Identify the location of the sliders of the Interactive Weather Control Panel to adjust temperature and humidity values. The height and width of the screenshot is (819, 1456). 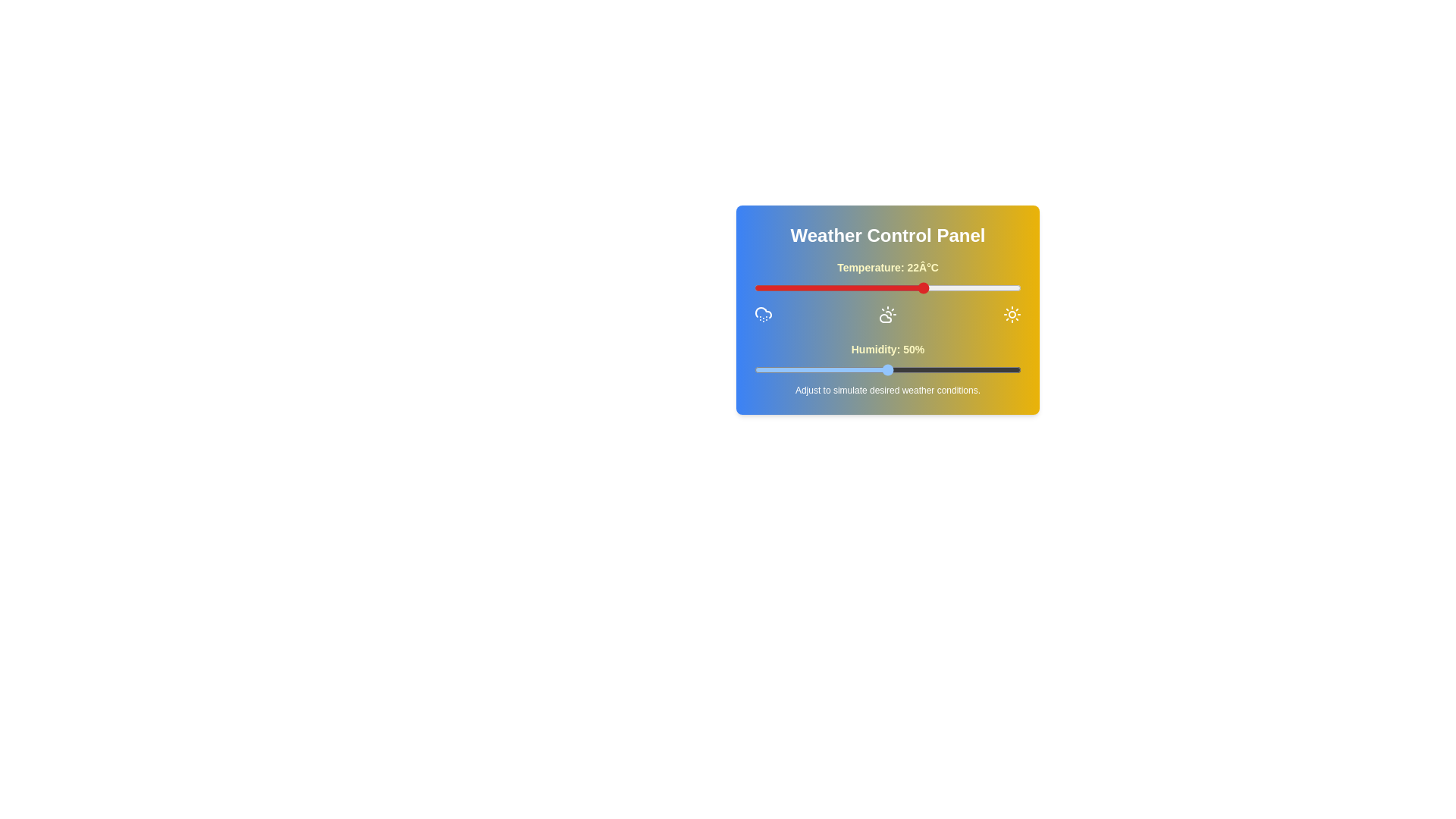
(888, 309).